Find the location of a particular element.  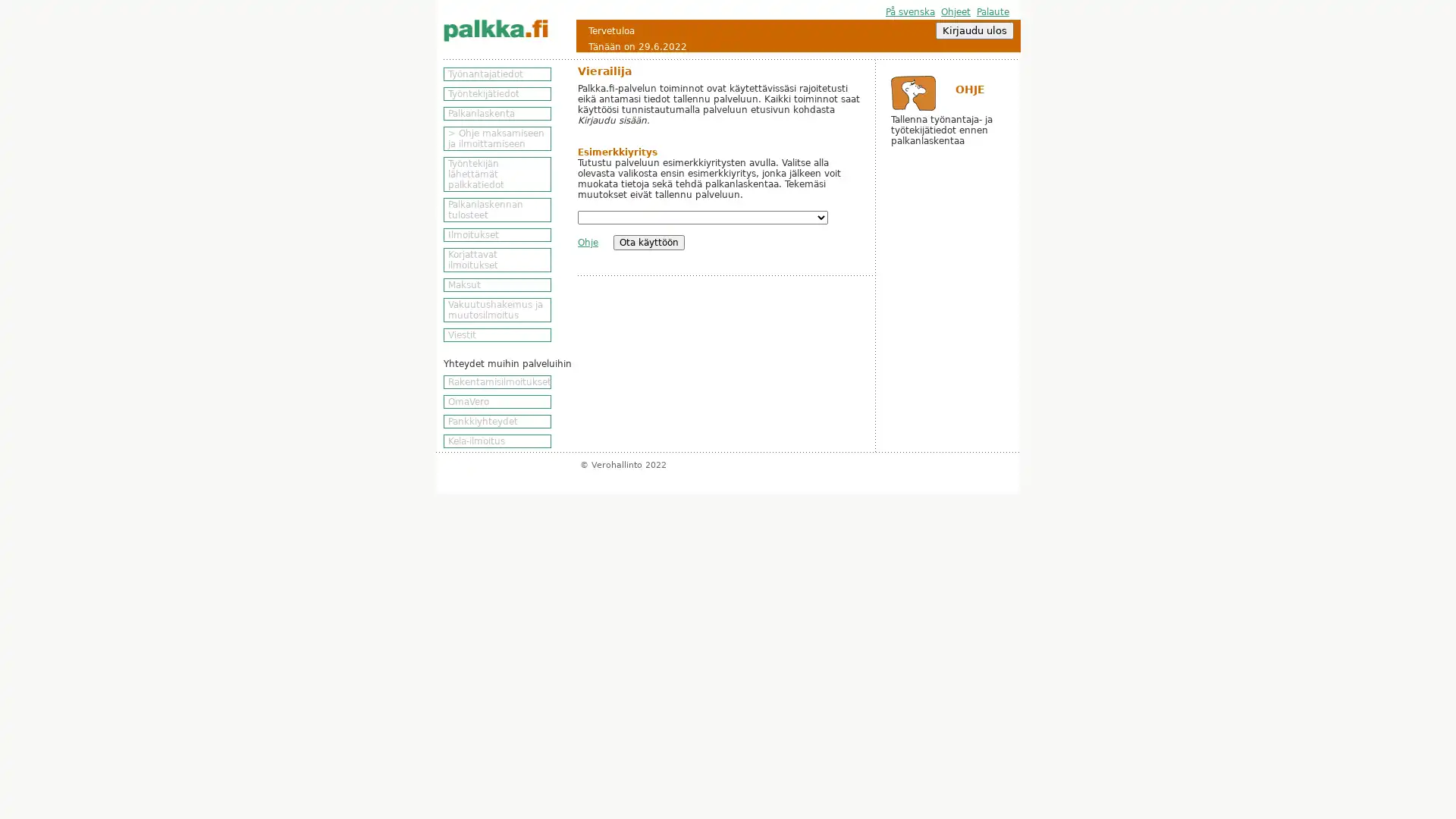

Ota kayttoon is located at coordinates (648, 241).